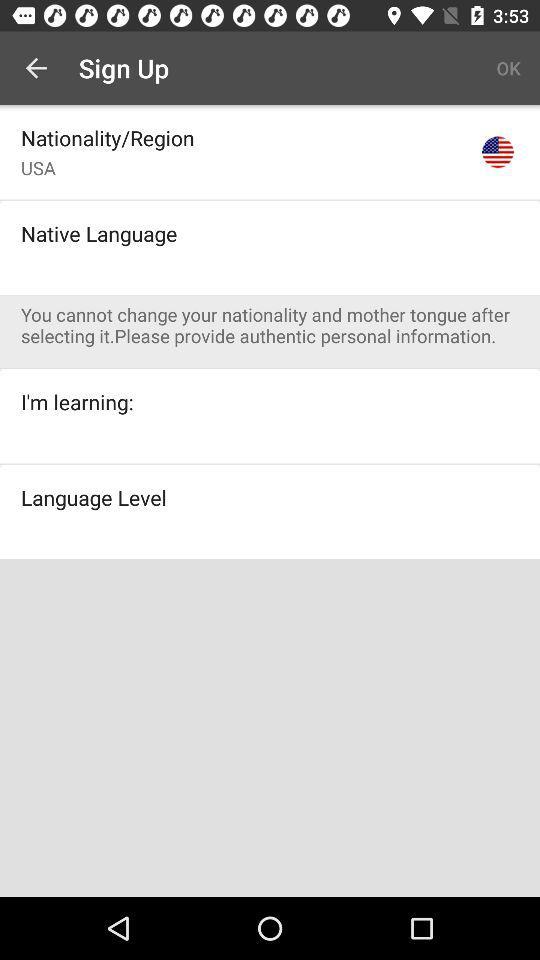 The height and width of the screenshot is (960, 540). What do you see at coordinates (92, 496) in the screenshot?
I see `language level icon` at bounding box center [92, 496].